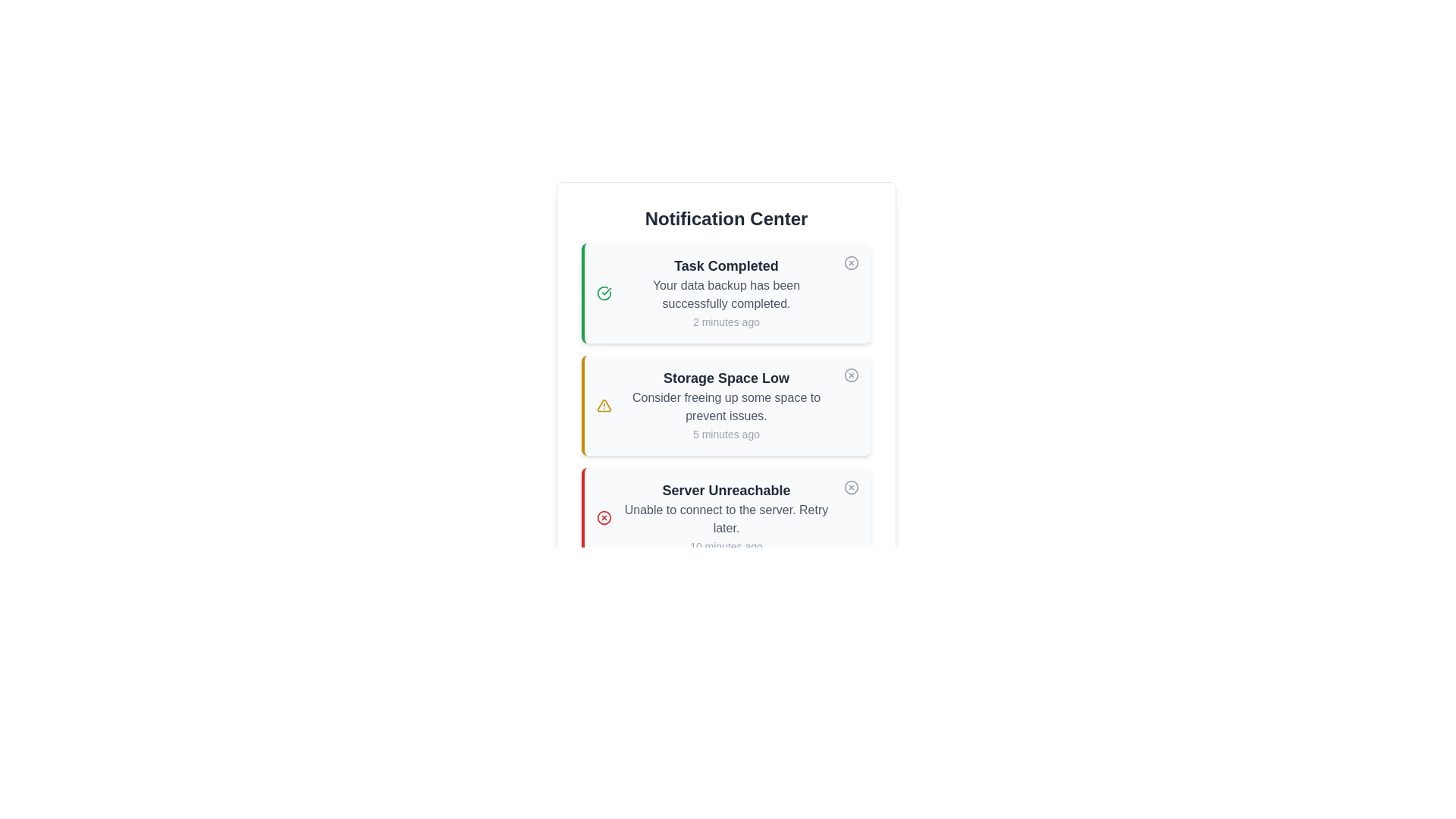 The height and width of the screenshot is (819, 1456). What do you see at coordinates (726, 265) in the screenshot?
I see `the text label that serves as a headline for the notification card, indicating task completion, located at the top of the card` at bounding box center [726, 265].